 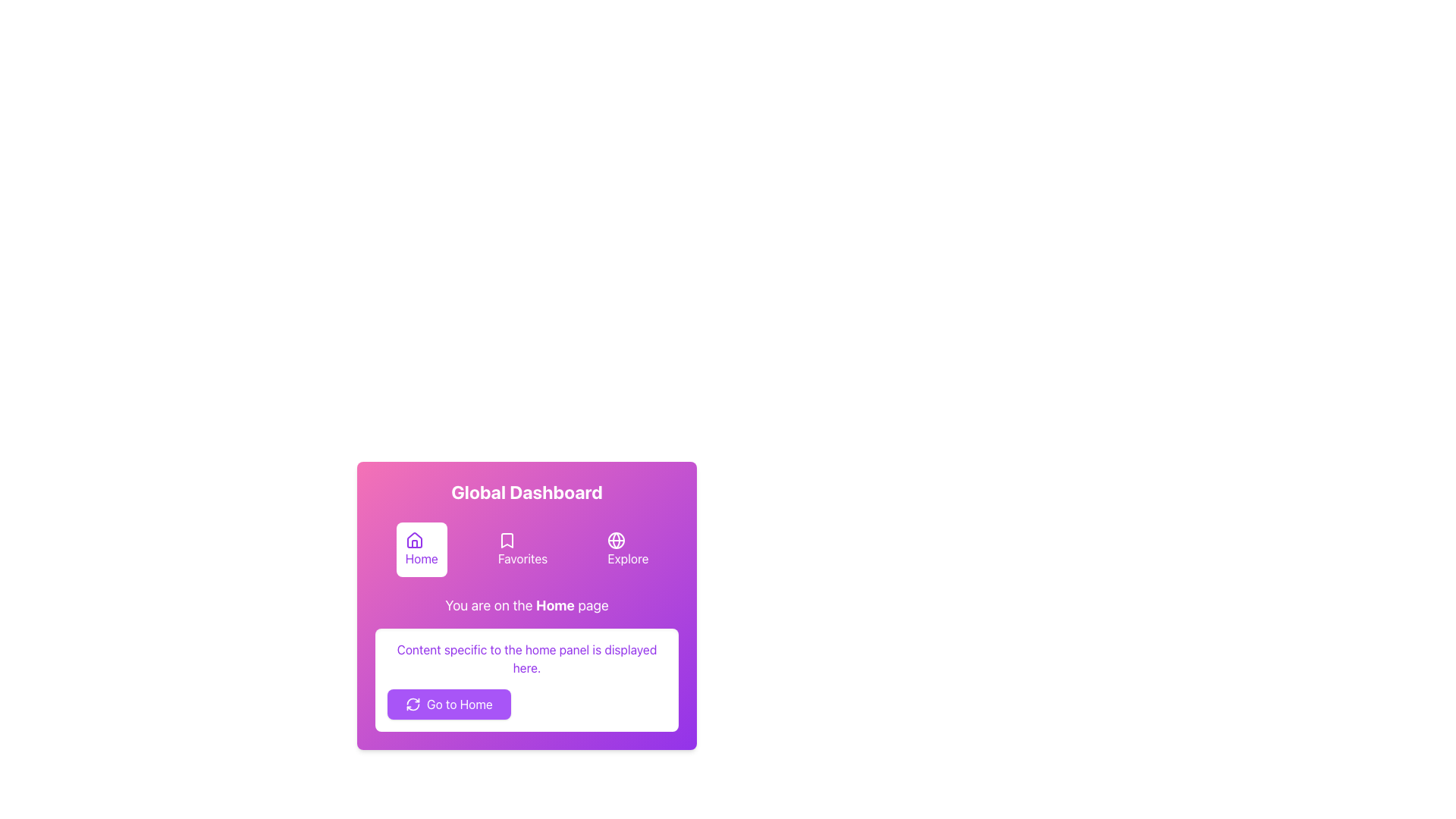 I want to click on the 'Favorites' button, which is a rounded rectangular button with a purple background and white text, located centrally between the 'Home' and 'Explore' buttons in the navigation bar, so click(x=522, y=550).